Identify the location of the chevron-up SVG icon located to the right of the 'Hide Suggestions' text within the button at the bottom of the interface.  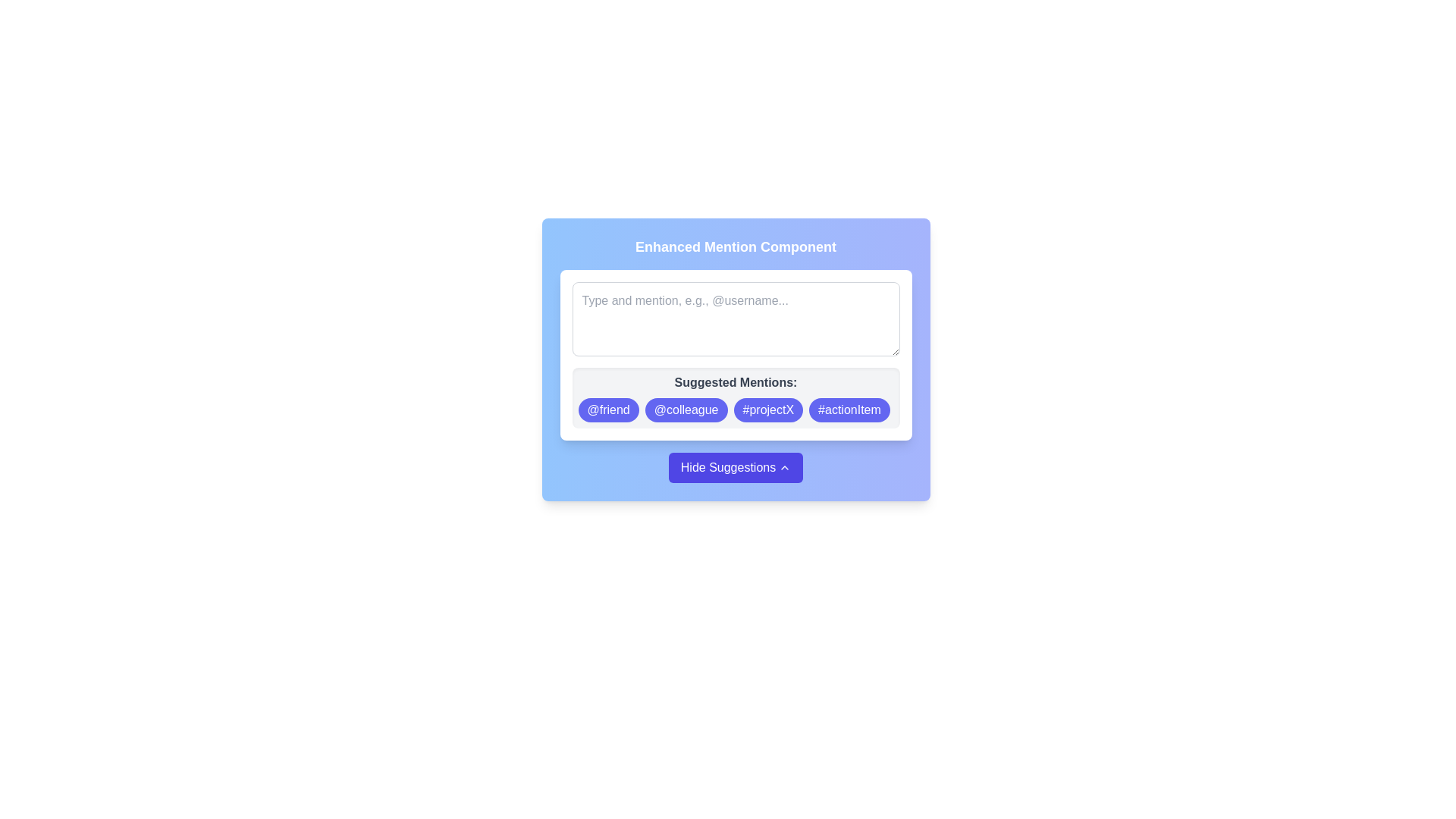
(785, 467).